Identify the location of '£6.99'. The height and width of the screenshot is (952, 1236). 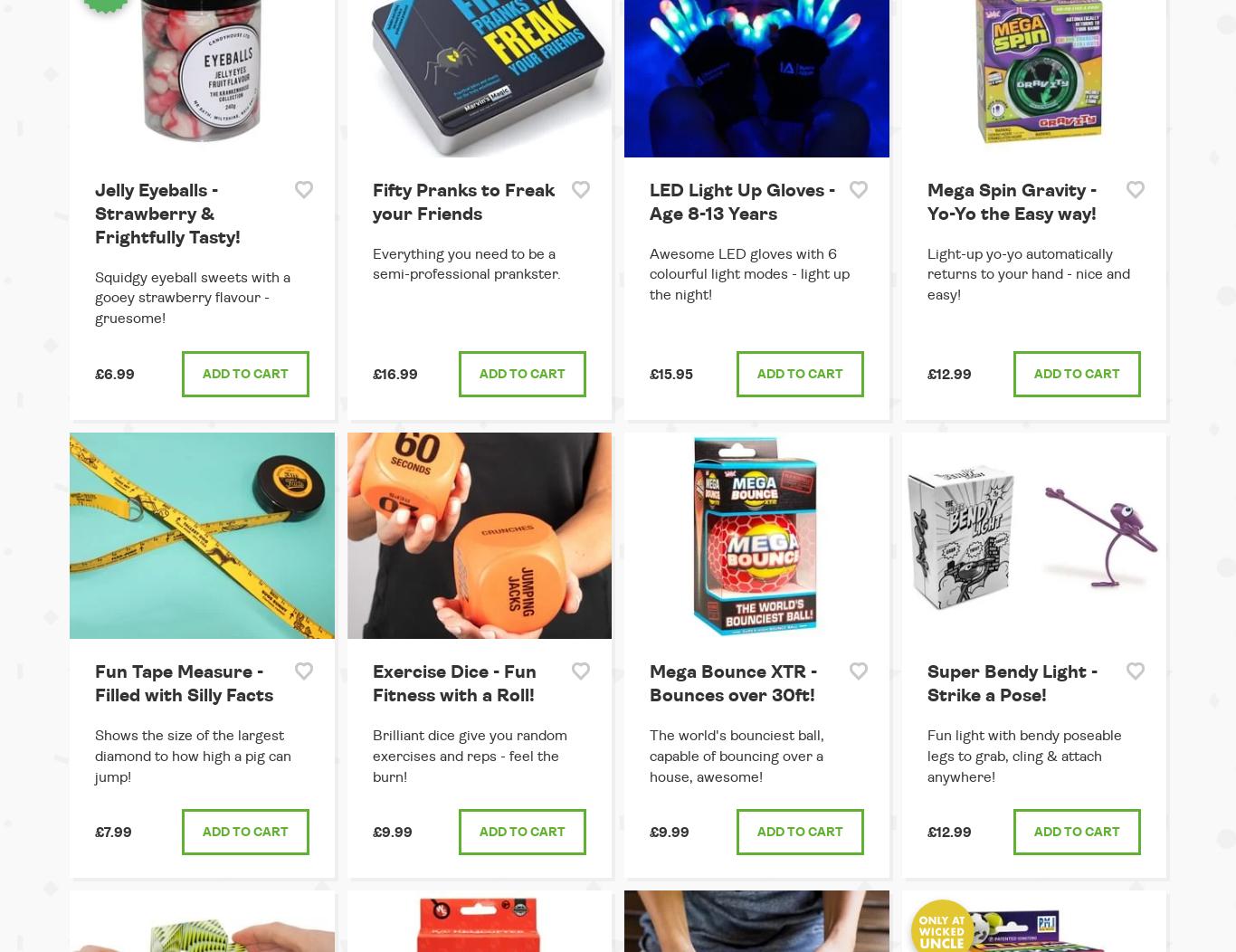
(95, 374).